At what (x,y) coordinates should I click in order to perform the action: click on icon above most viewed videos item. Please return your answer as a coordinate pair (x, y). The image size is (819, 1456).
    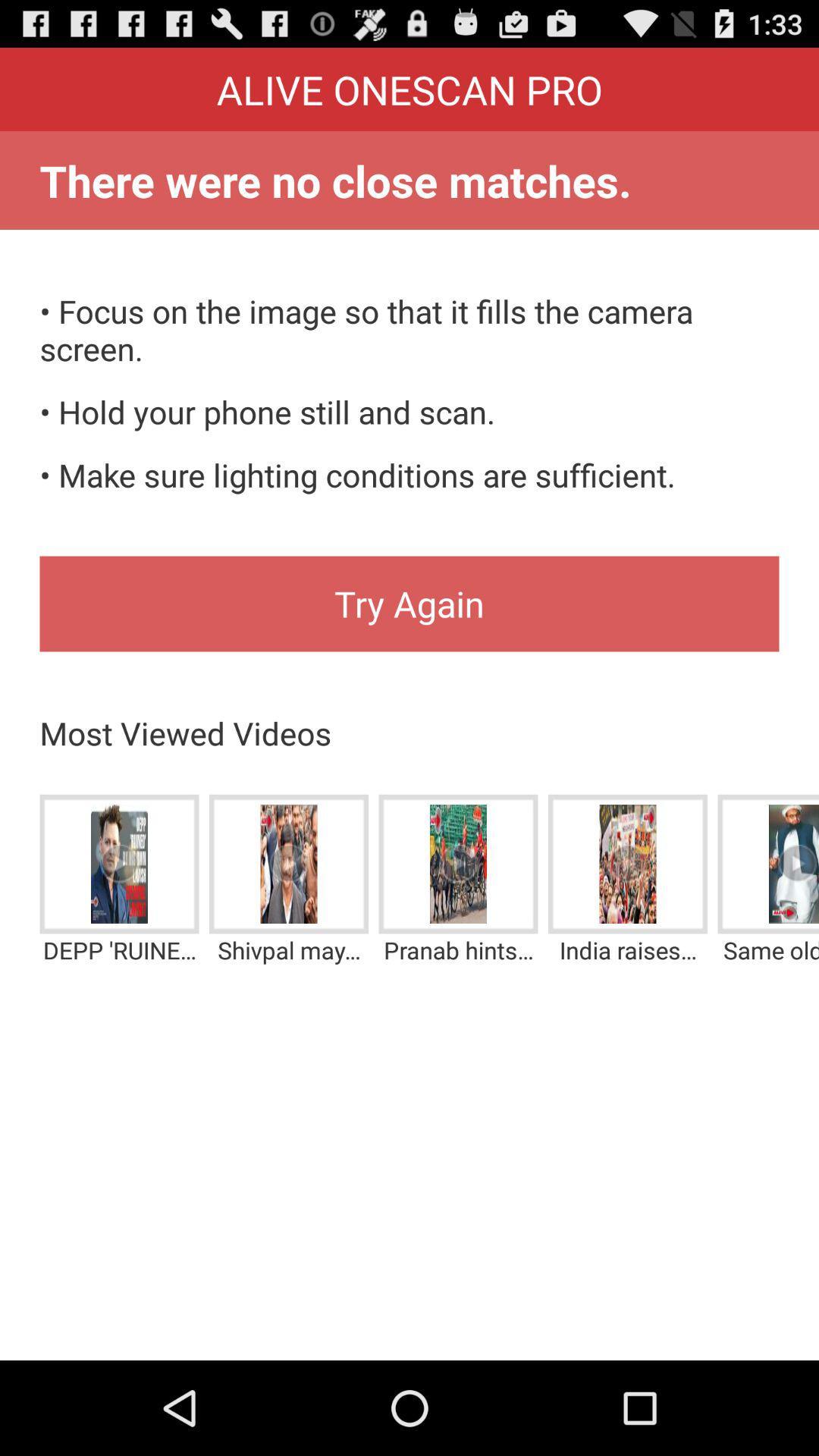
    Looking at the image, I should click on (409, 603).